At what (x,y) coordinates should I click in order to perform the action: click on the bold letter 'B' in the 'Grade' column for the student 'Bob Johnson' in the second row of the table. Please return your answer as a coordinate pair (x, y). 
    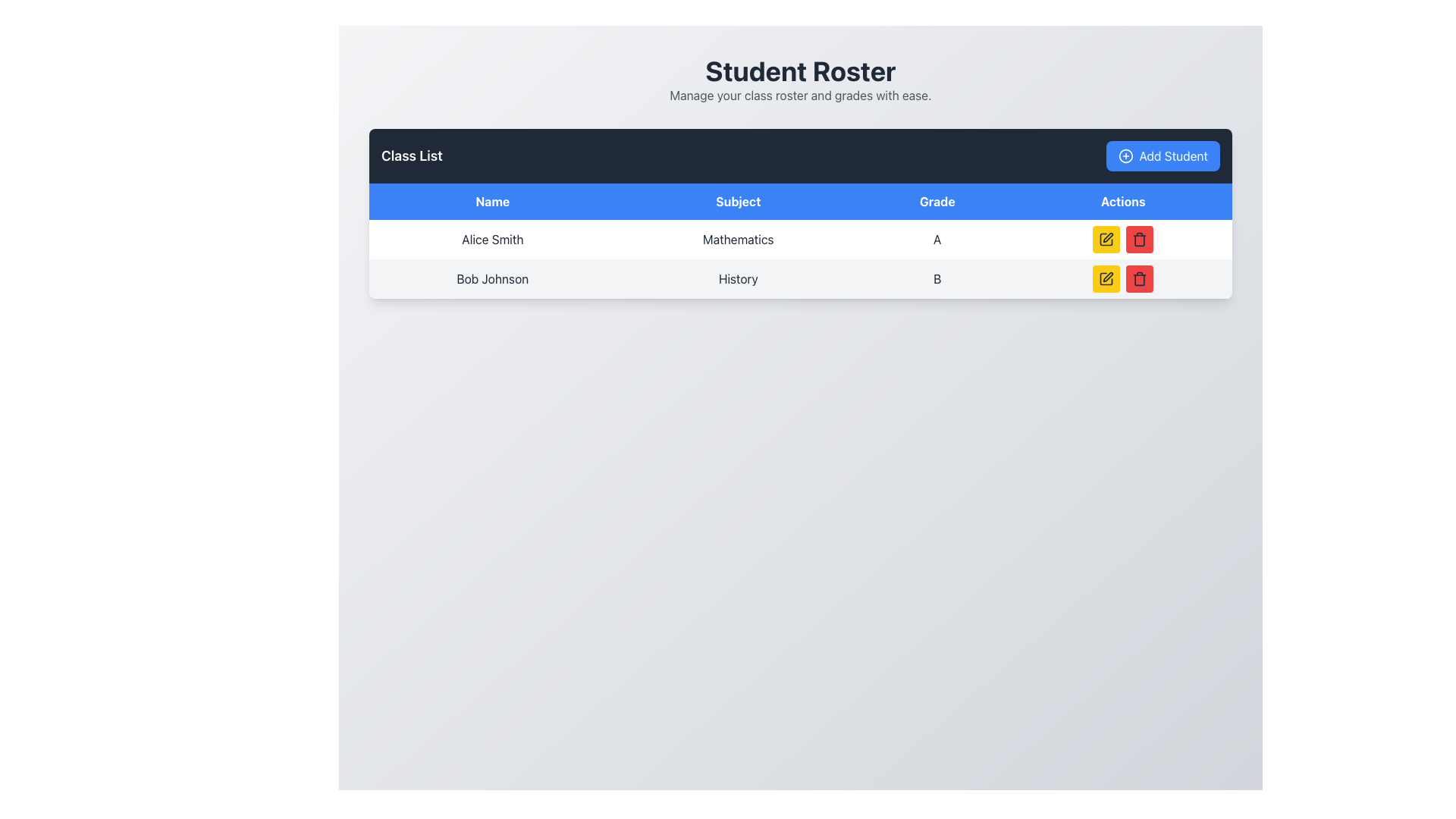
    Looking at the image, I should click on (937, 278).